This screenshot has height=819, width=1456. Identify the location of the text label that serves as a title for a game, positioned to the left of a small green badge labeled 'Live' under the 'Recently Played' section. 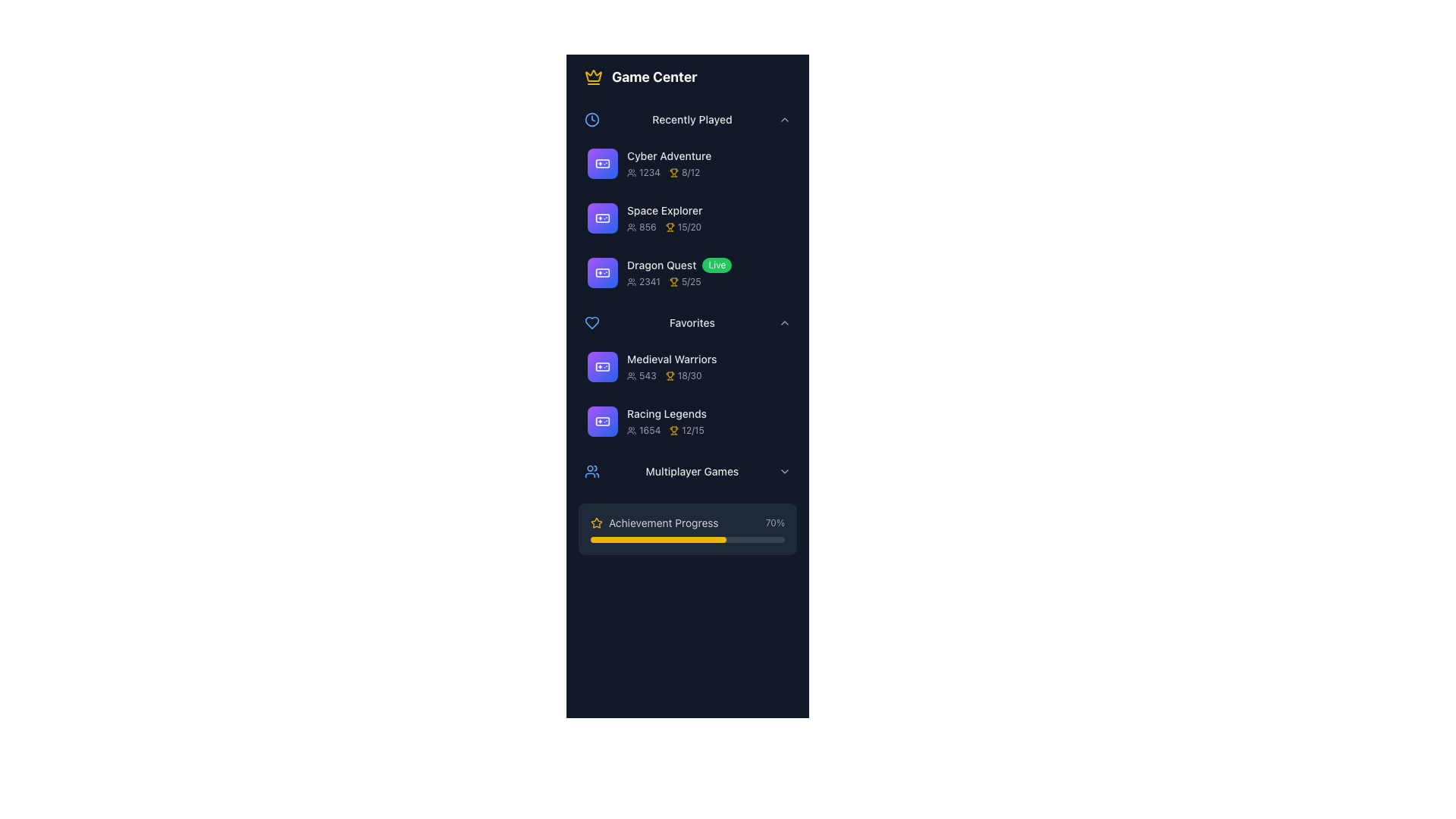
(661, 265).